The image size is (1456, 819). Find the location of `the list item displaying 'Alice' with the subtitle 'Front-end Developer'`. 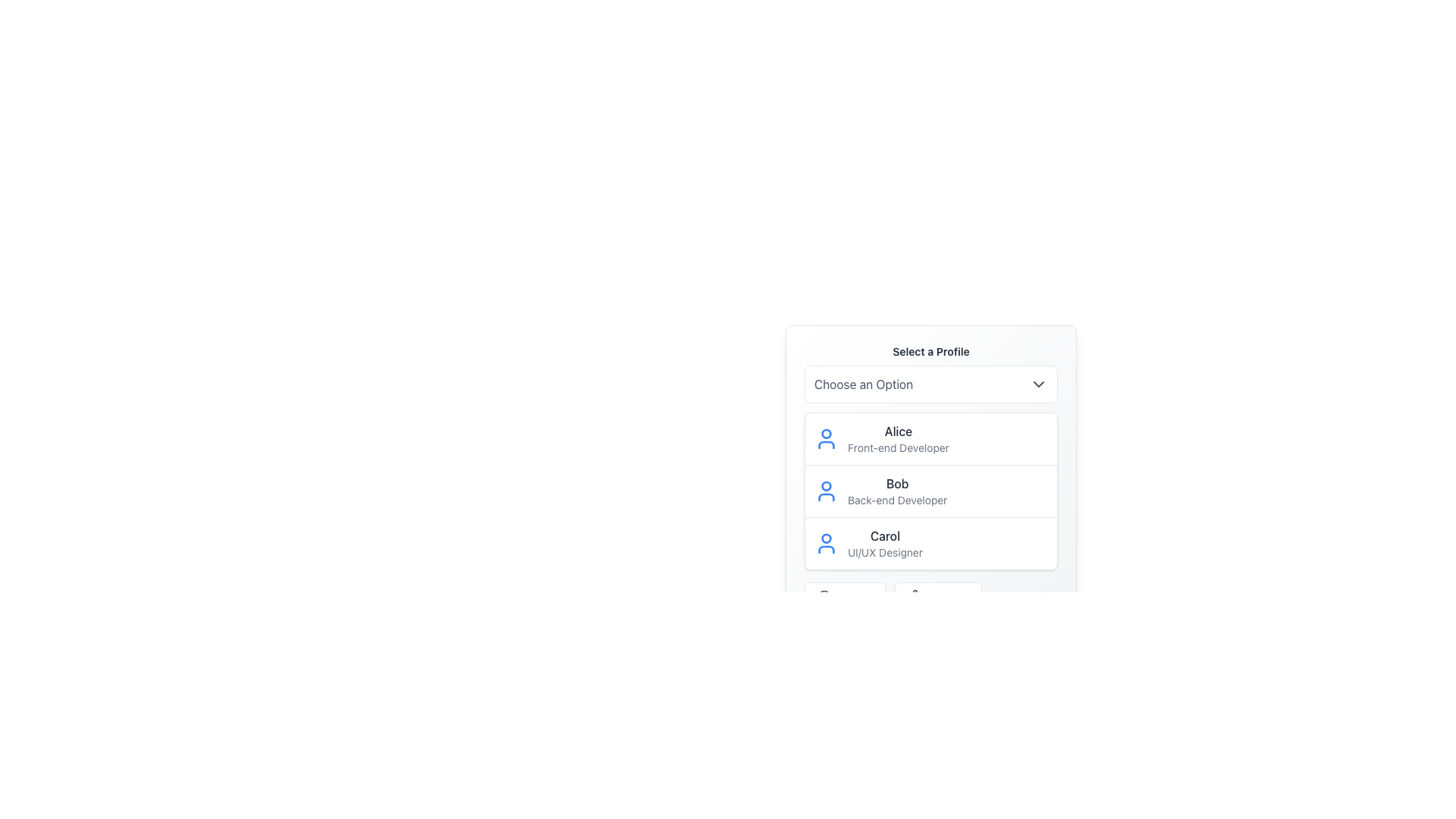

the list item displaying 'Alice' with the subtitle 'Front-end Developer' is located at coordinates (899, 438).